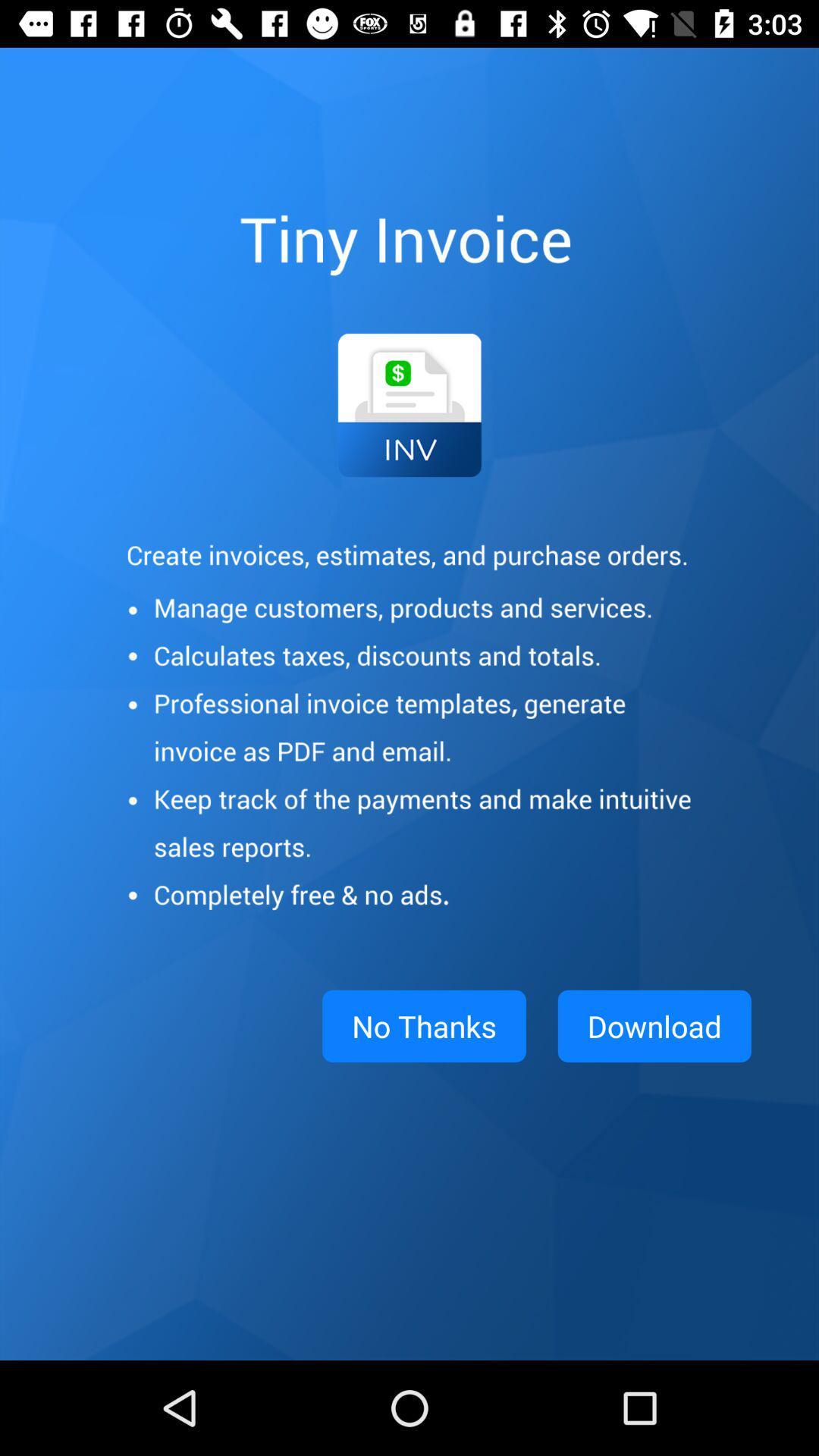  What do you see at coordinates (424, 1026) in the screenshot?
I see `item next to download item` at bounding box center [424, 1026].